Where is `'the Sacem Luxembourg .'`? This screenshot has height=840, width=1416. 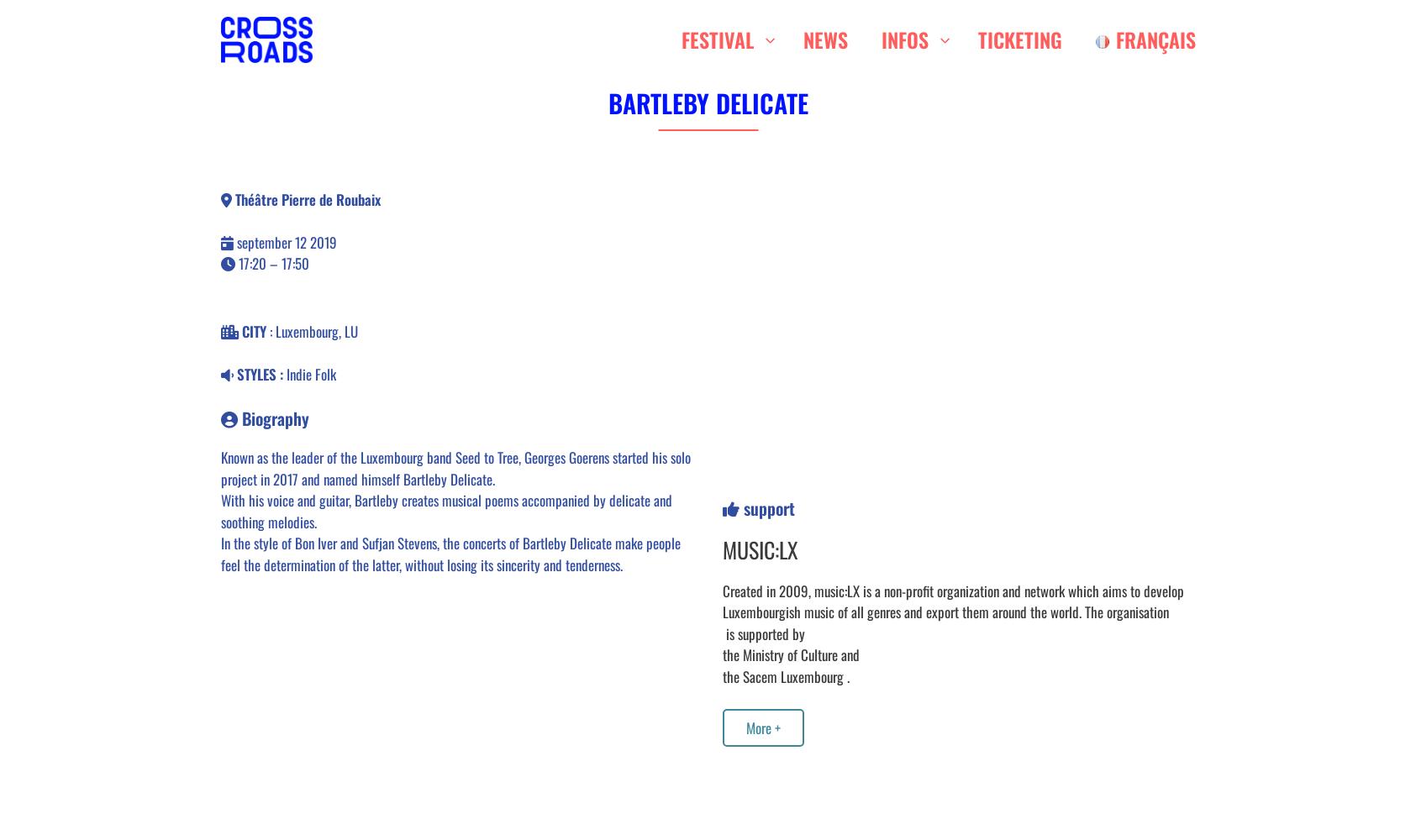
'the Sacem Luxembourg .' is located at coordinates (785, 675).